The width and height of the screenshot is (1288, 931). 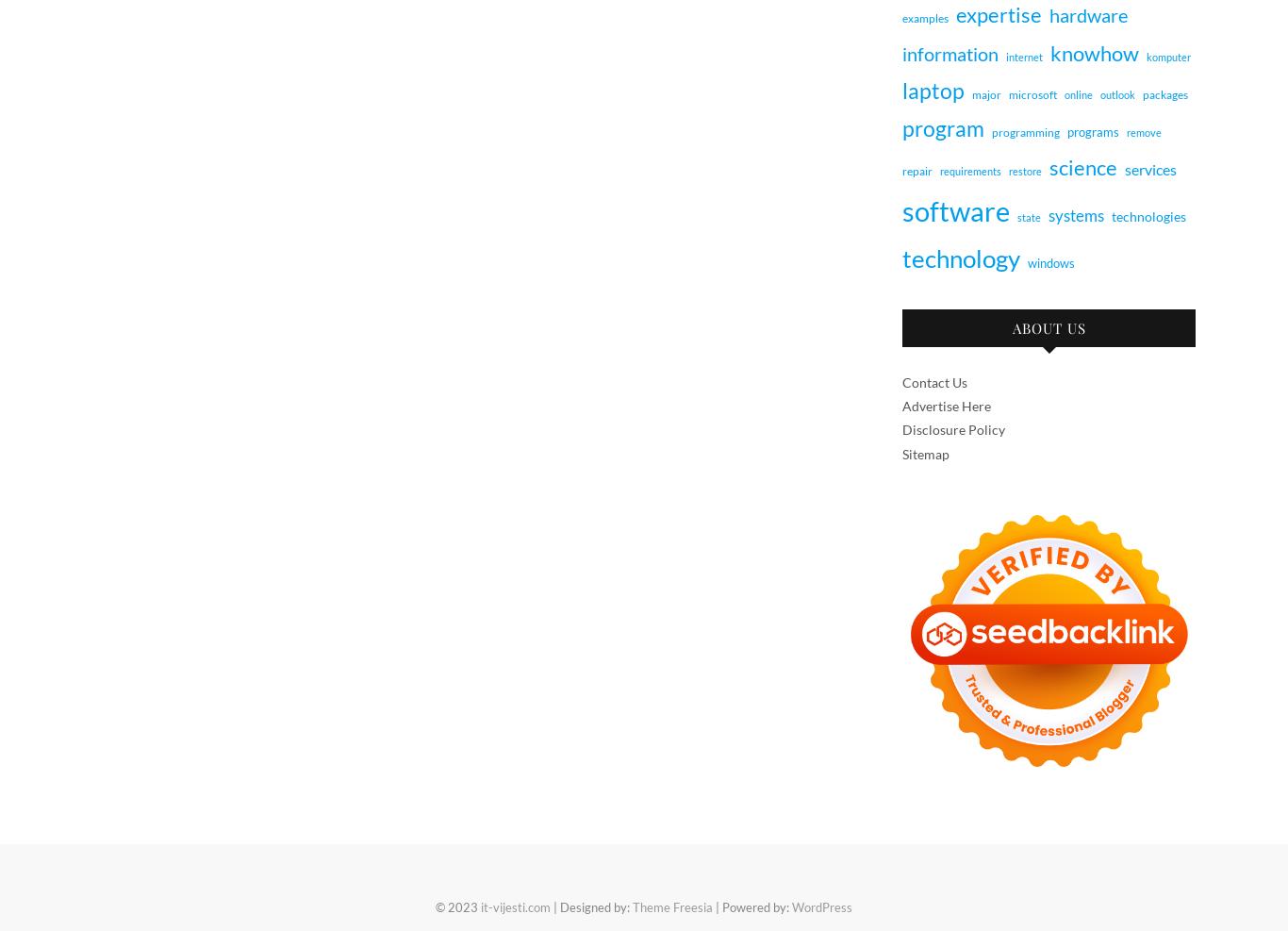 I want to click on 'knowhow', so click(x=1094, y=51).